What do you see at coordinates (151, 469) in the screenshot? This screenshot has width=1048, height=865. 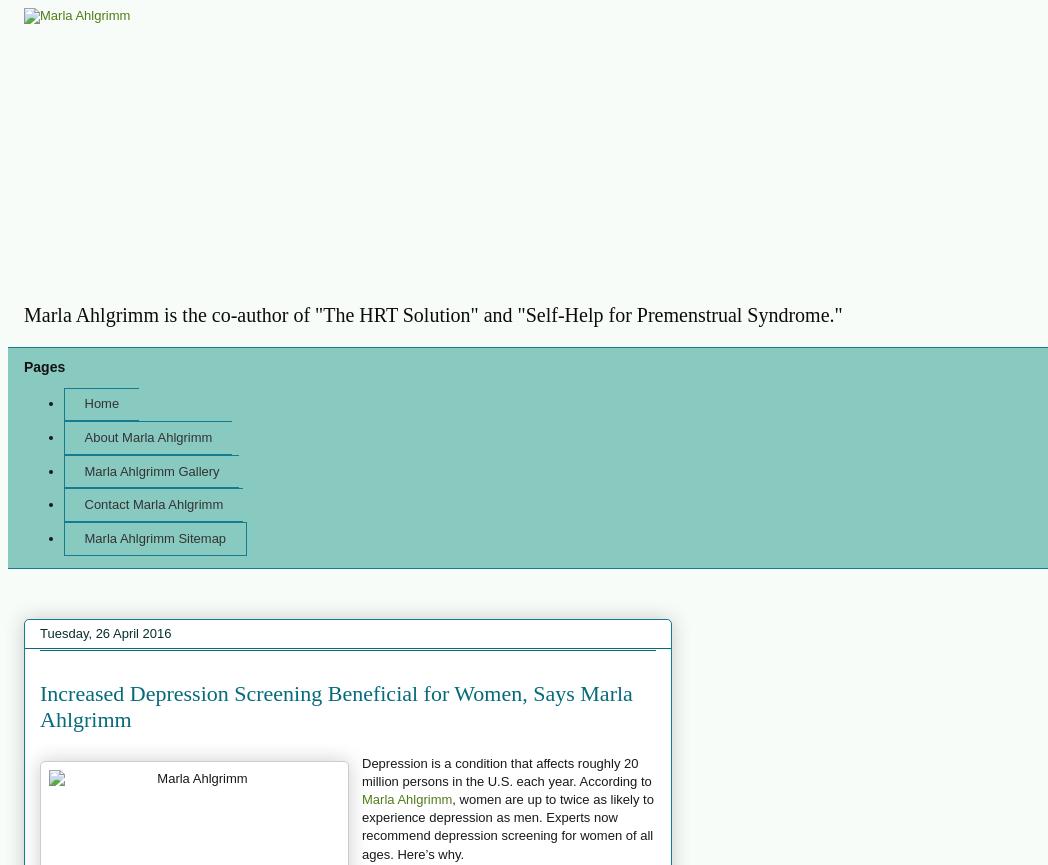 I see `'Marla Ahlgrimm Gallery'` at bounding box center [151, 469].